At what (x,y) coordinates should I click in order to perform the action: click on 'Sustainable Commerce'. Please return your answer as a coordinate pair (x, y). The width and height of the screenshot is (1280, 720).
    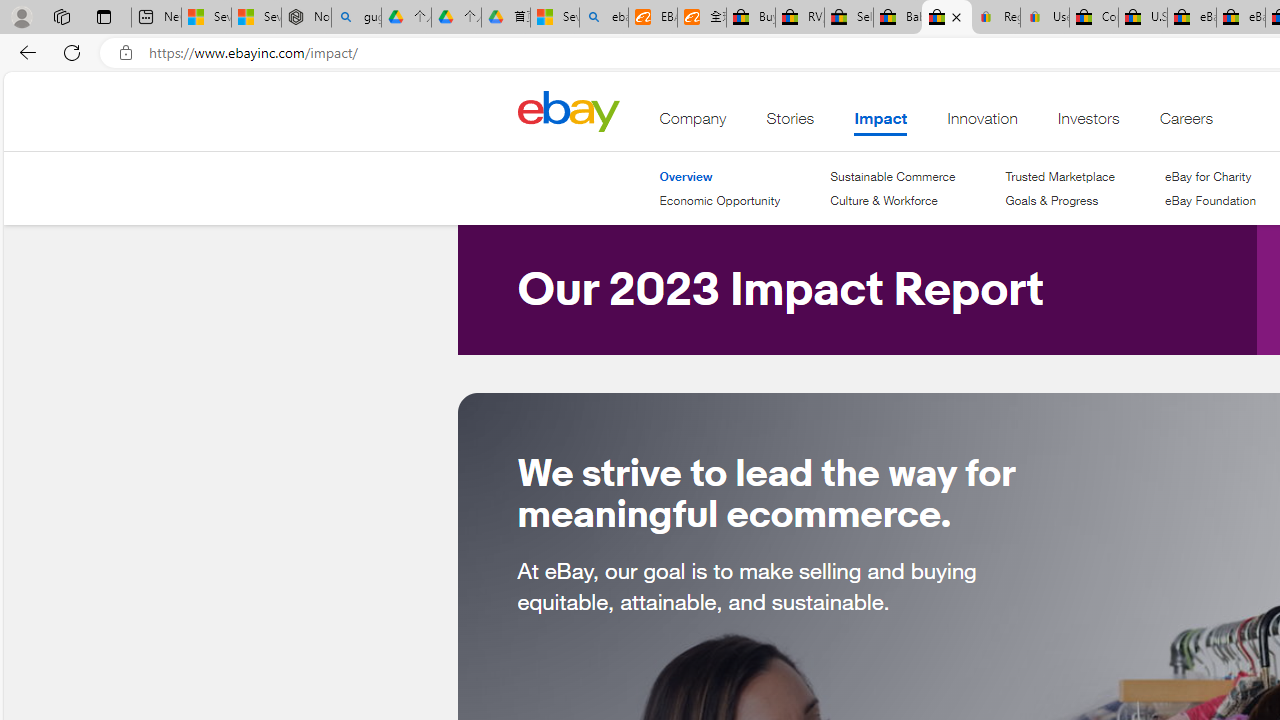
    Looking at the image, I should click on (891, 176).